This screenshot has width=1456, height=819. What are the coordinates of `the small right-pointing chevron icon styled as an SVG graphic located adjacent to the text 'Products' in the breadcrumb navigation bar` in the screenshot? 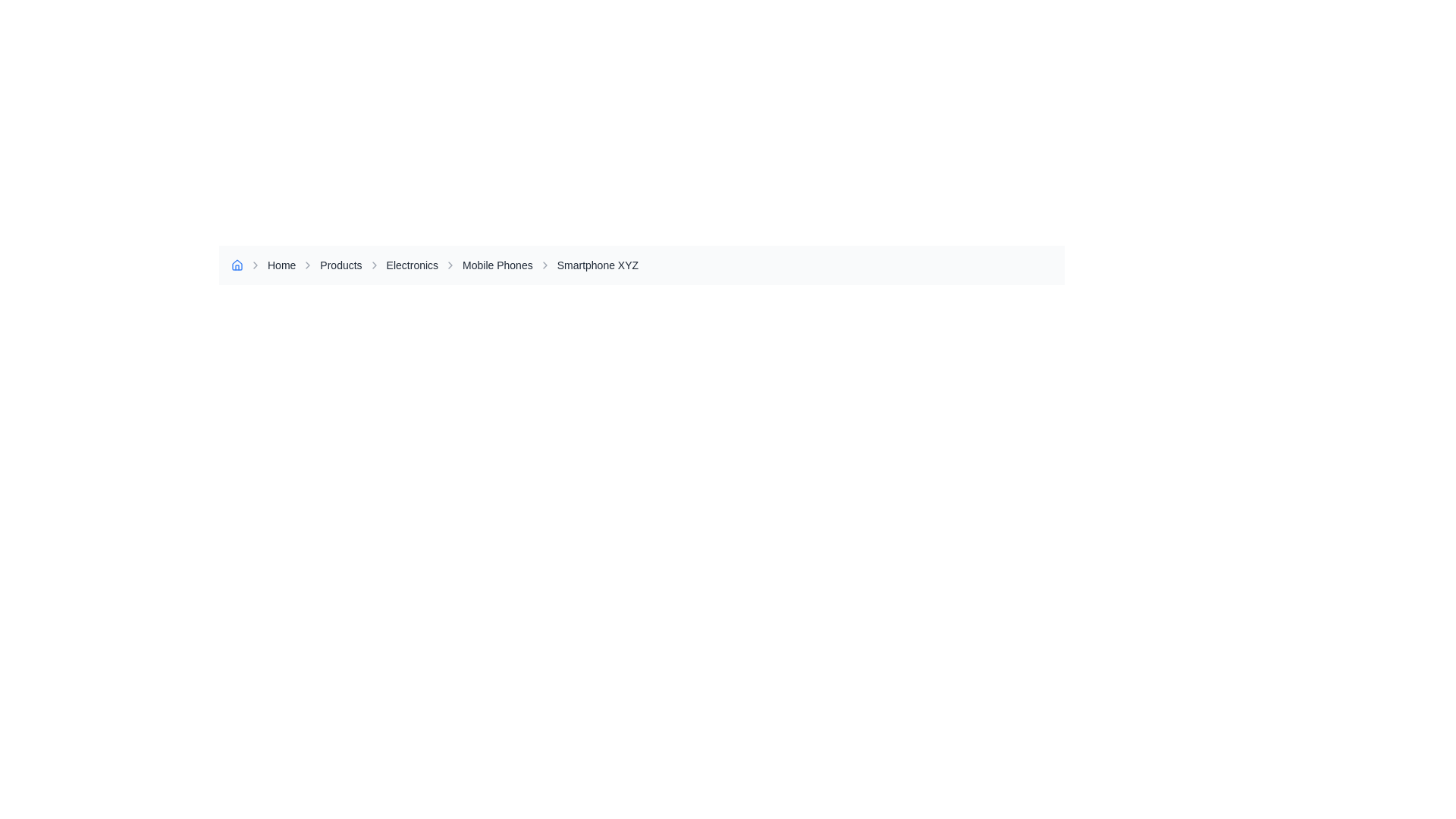 It's located at (307, 265).